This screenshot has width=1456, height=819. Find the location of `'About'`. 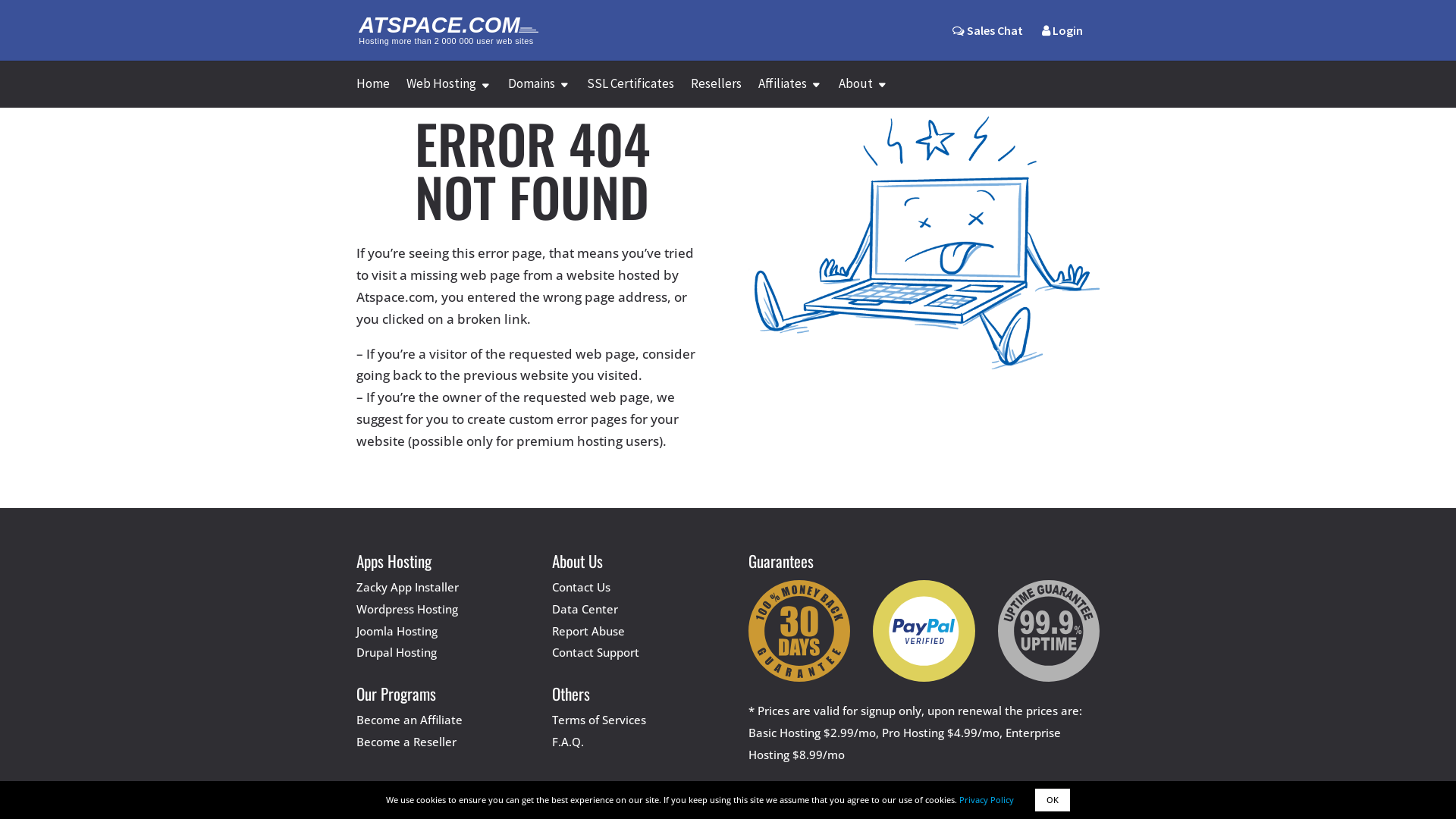

'About' is located at coordinates (863, 93).